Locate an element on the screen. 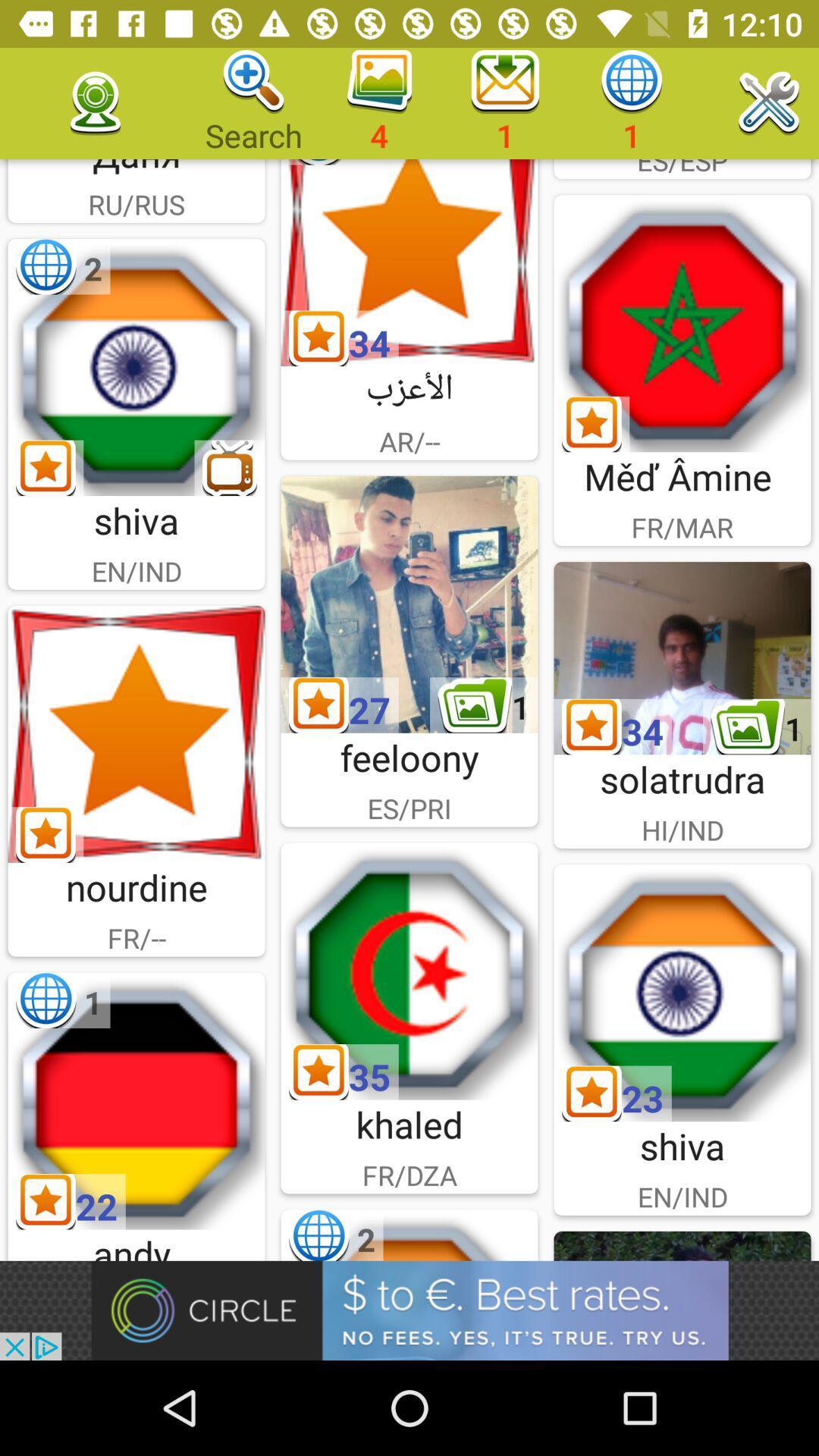  feeloony profile is located at coordinates (409, 604).